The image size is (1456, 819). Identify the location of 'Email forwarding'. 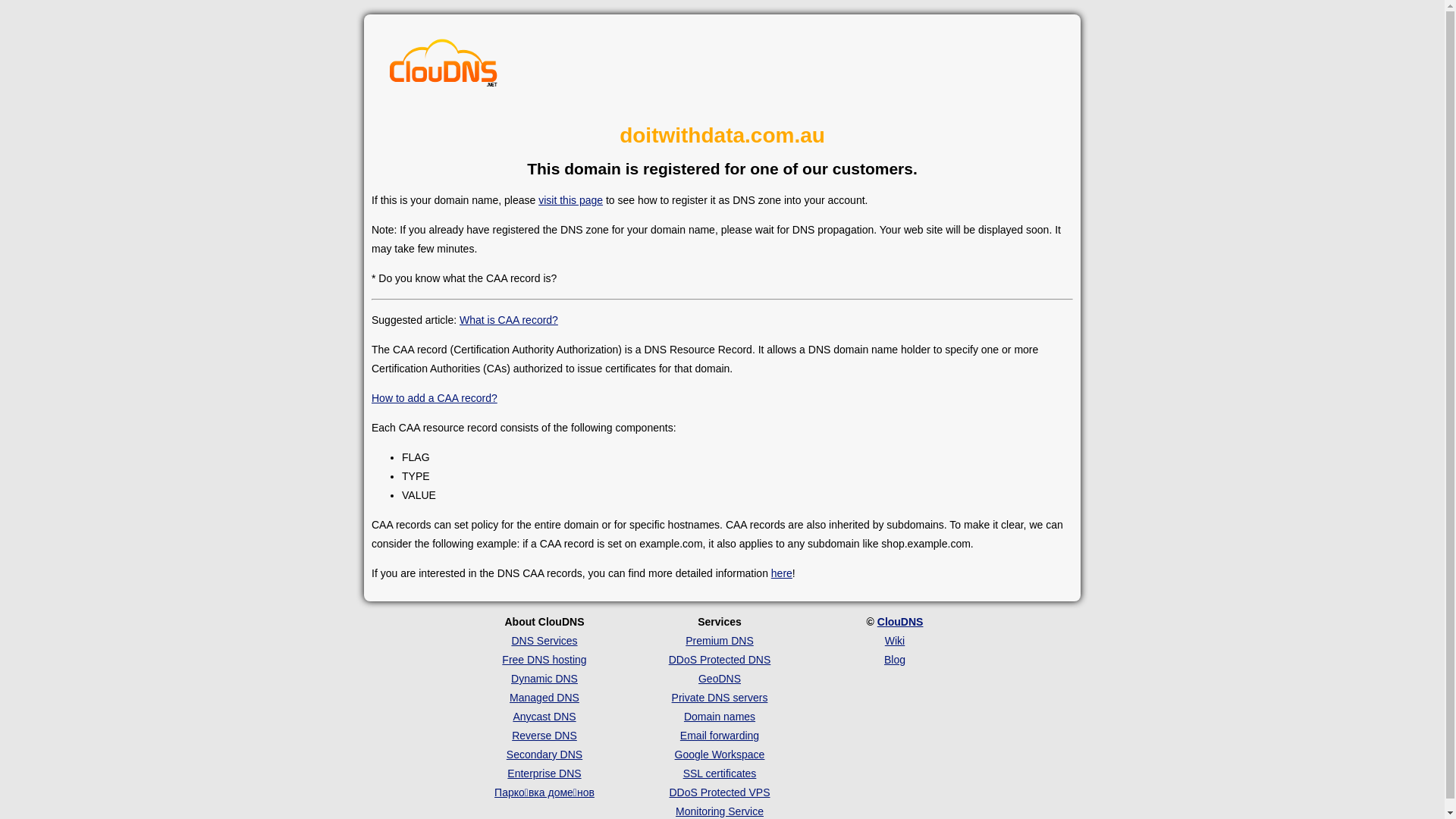
(679, 734).